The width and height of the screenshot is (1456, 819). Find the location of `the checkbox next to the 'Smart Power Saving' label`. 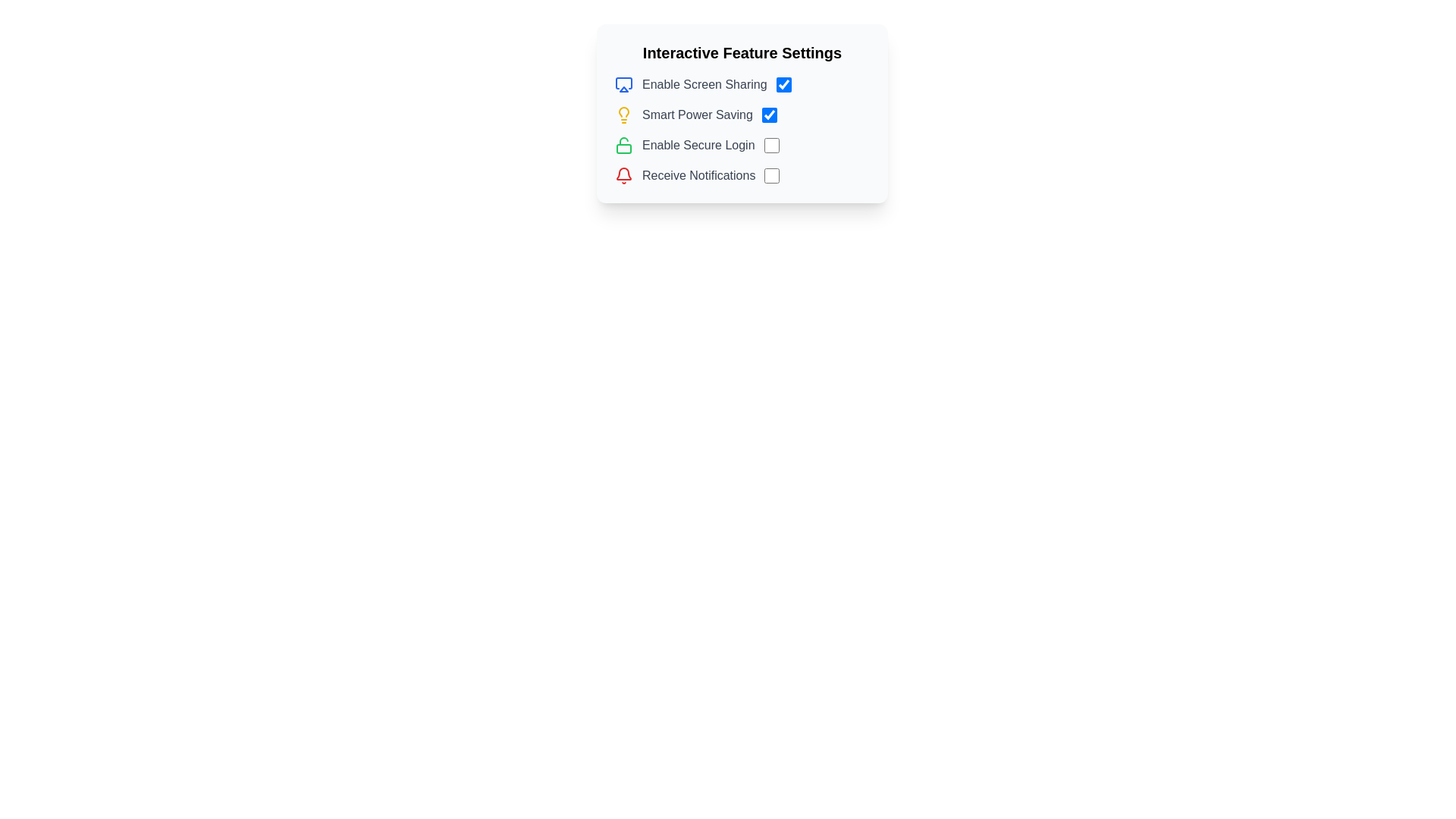

the checkbox next to the 'Smart Power Saving' label is located at coordinates (742, 114).